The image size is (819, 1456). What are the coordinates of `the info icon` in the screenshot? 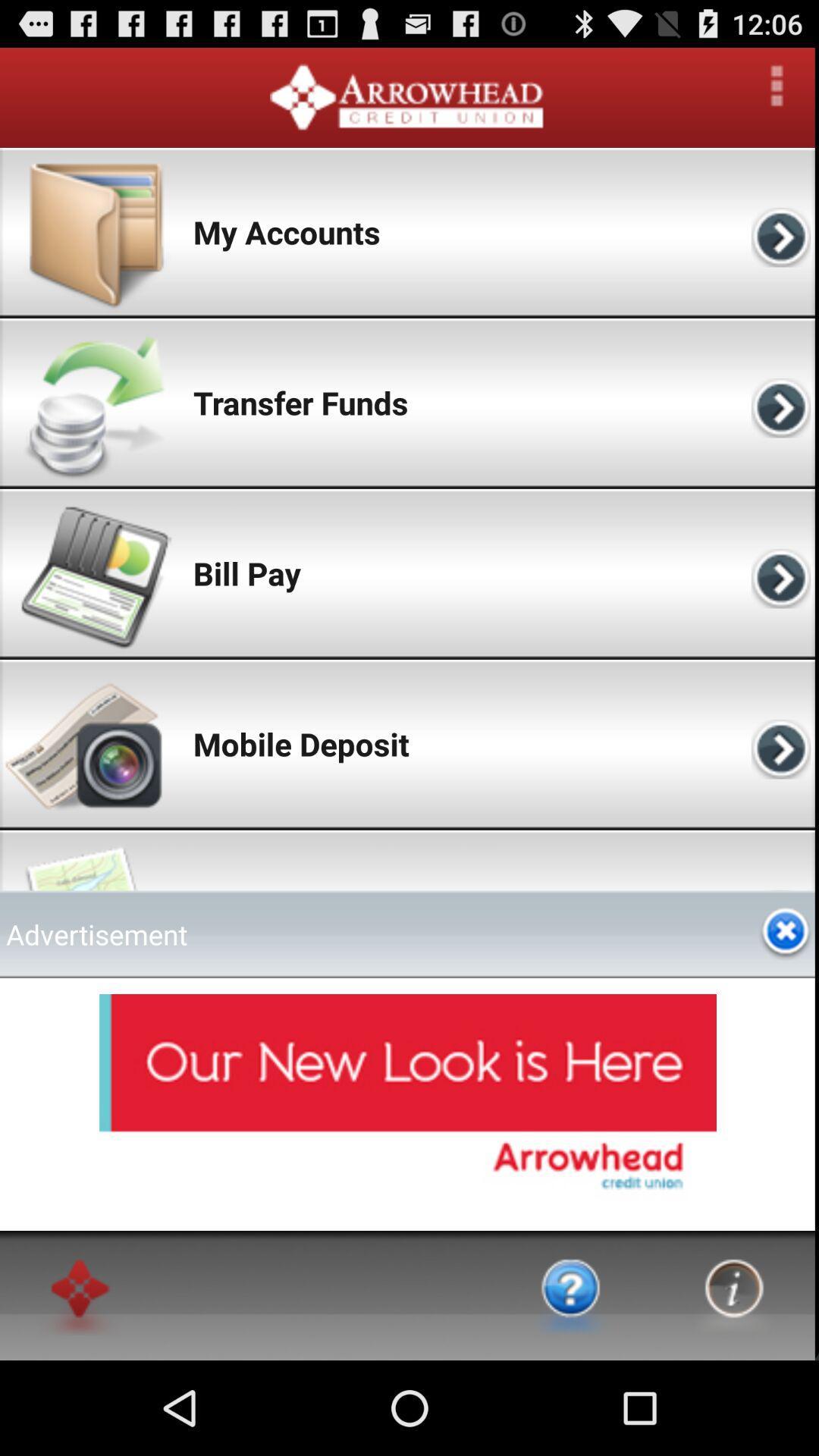 It's located at (755, 1386).